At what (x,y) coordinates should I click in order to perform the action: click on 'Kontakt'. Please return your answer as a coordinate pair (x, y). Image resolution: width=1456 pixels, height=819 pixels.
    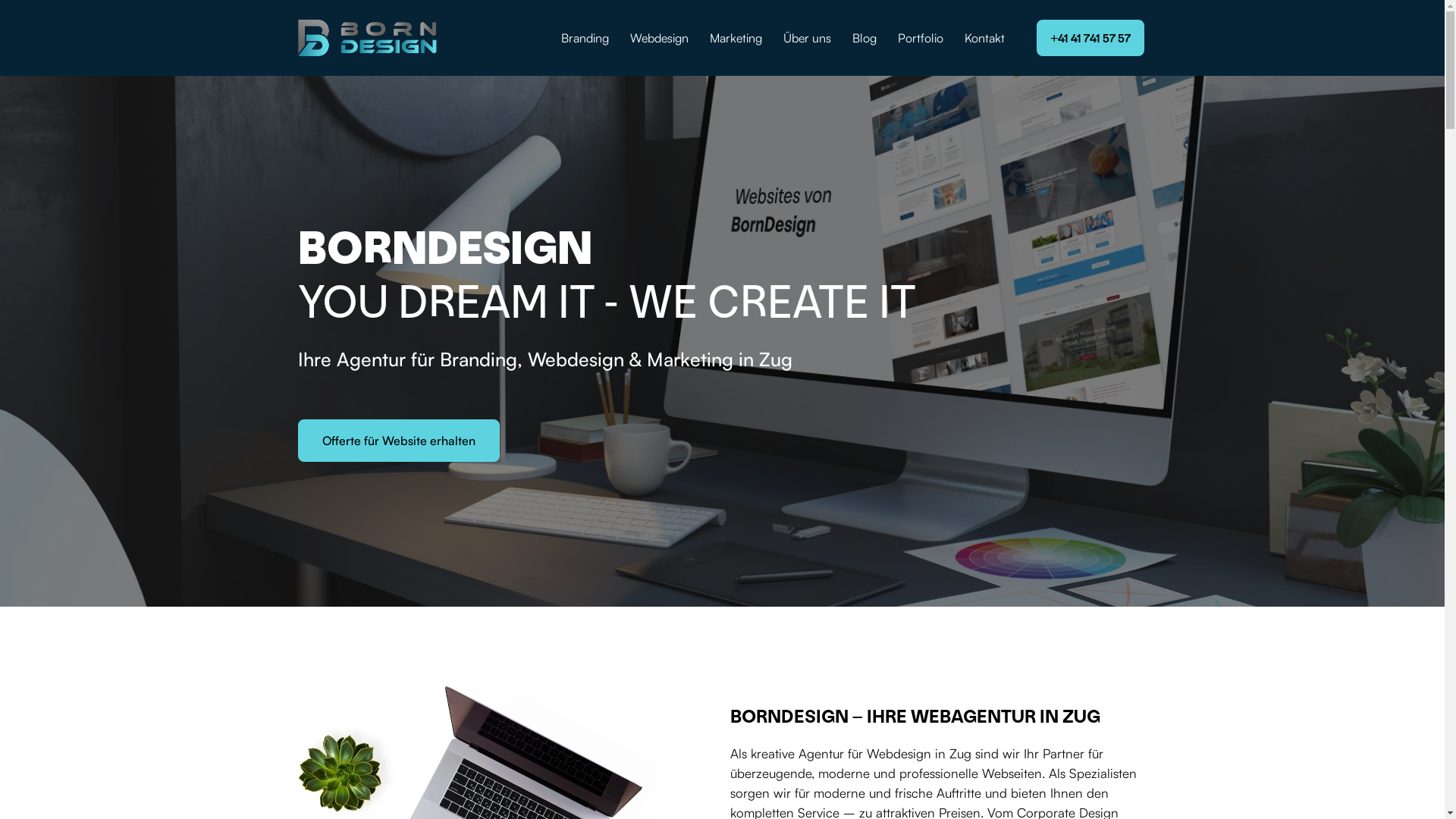
    Looking at the image, I should click on (984, 37).